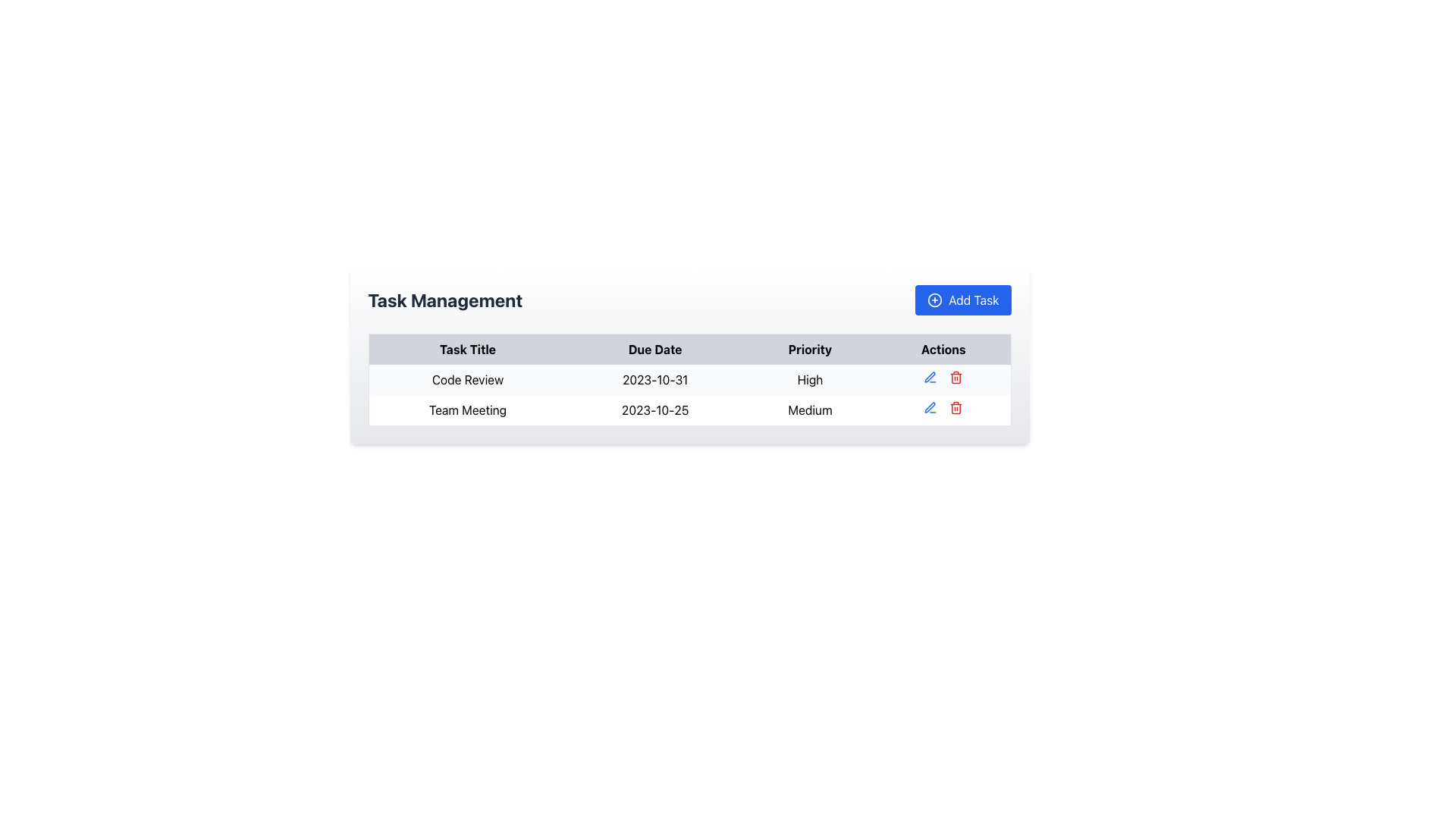 This screenshot has height=819, width=1456. Describe the element at coordinates (955, 408) in the screenshot. I see `the vertical rounded body of the trash can icon in the 'Actions' column of the second row for the 'Team Meeting' task` at that location.